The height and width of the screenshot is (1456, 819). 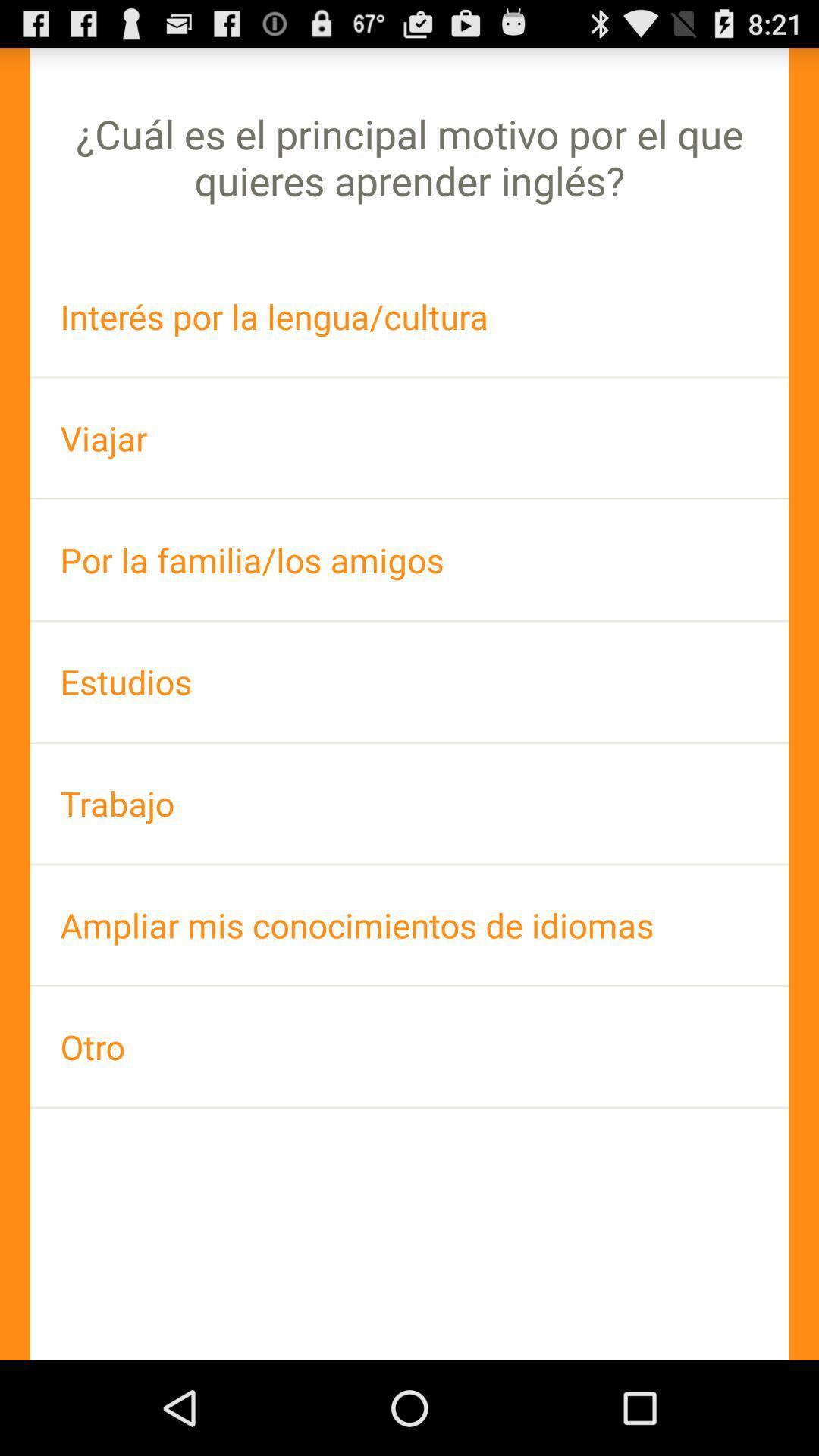 I want to click on app above trabajo app, so click(x=409, y=681).